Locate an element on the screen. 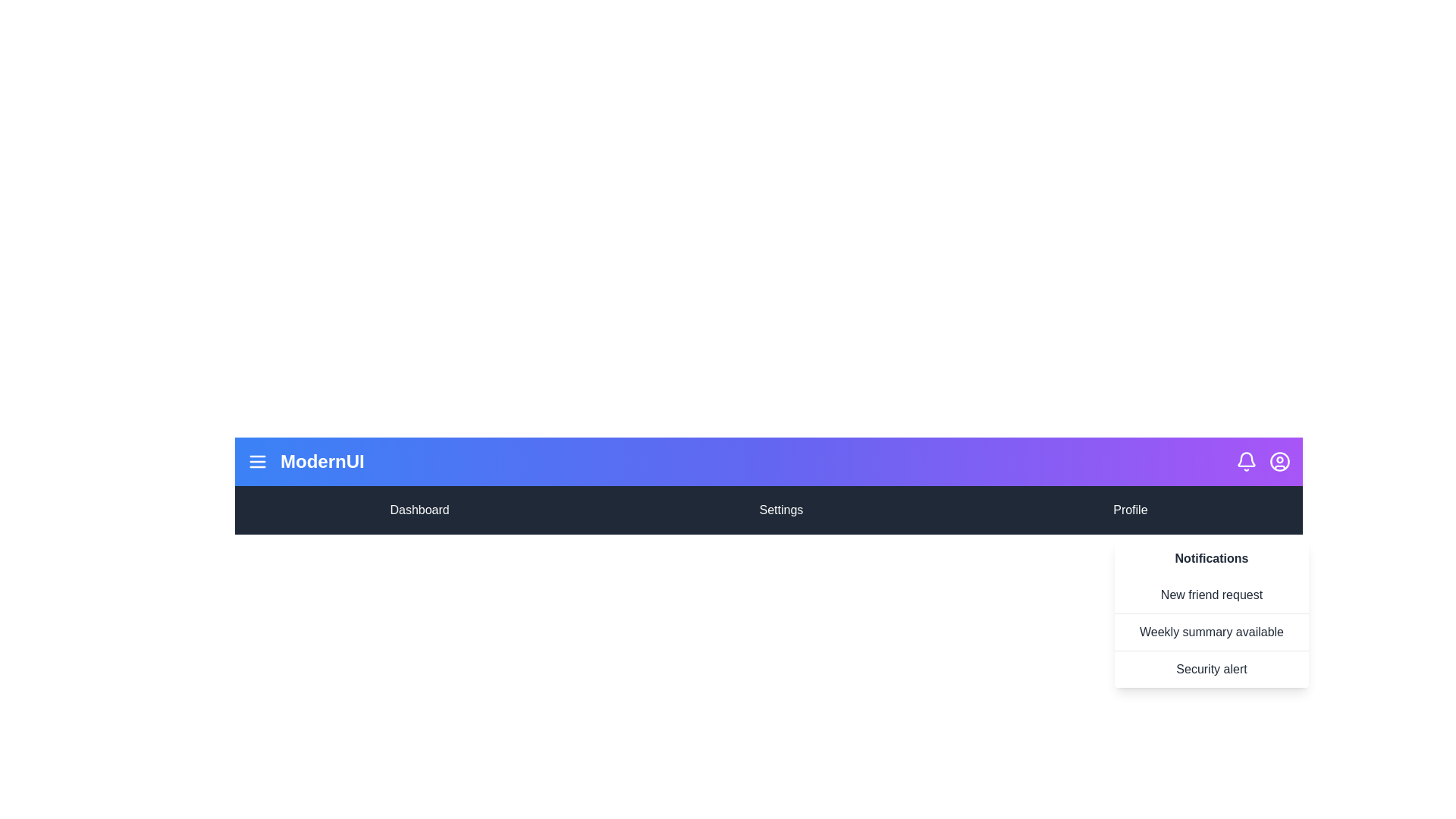 The image size is (1456, 819). the bell icon is located at coordinates (1246, 461).